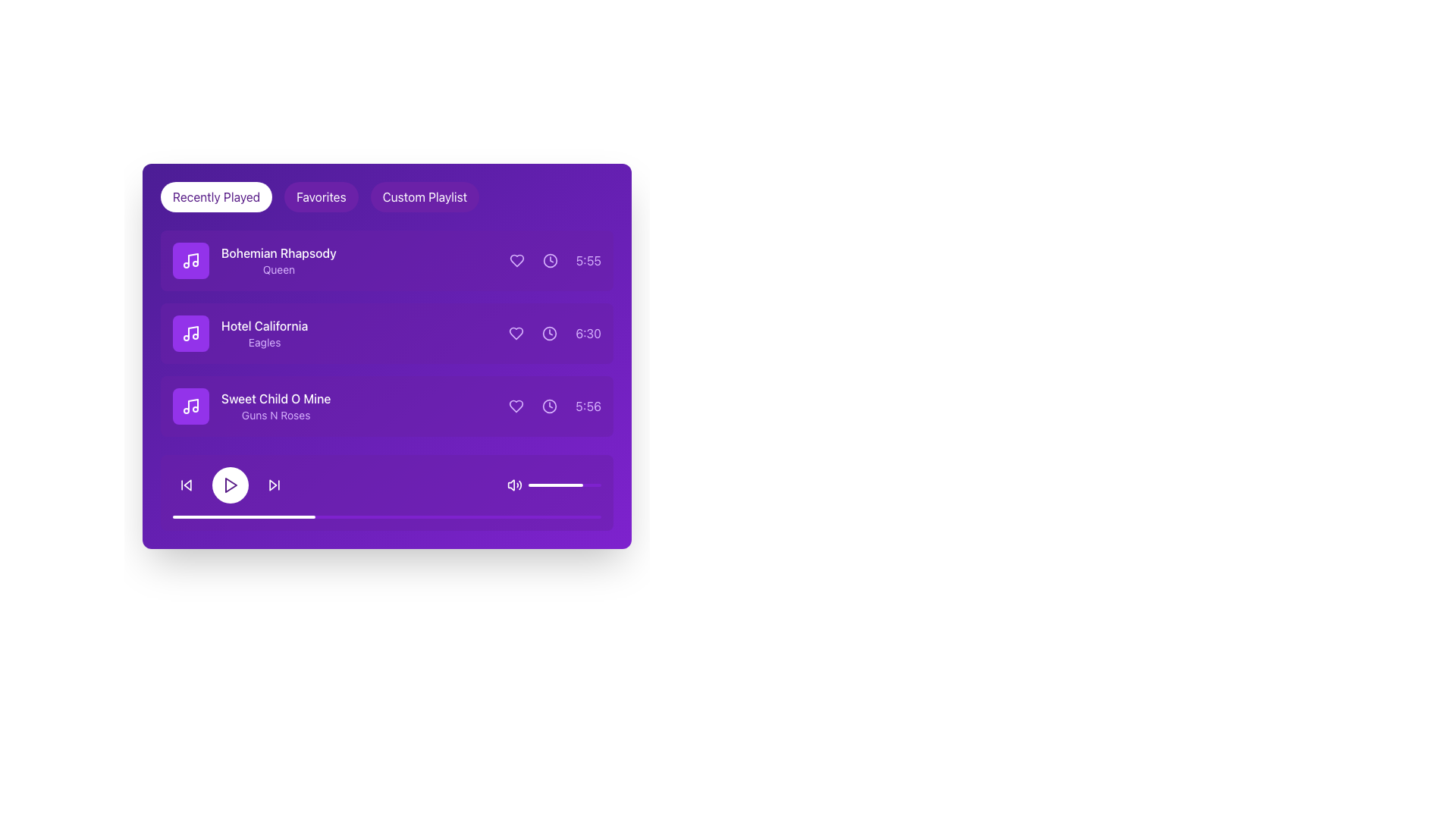 The height and width of the screenshot is (819, 1456). I want to click on the song title text label in the music player panel, which displays the title of the song and is located in the third list item from the top, so click(276, 397).